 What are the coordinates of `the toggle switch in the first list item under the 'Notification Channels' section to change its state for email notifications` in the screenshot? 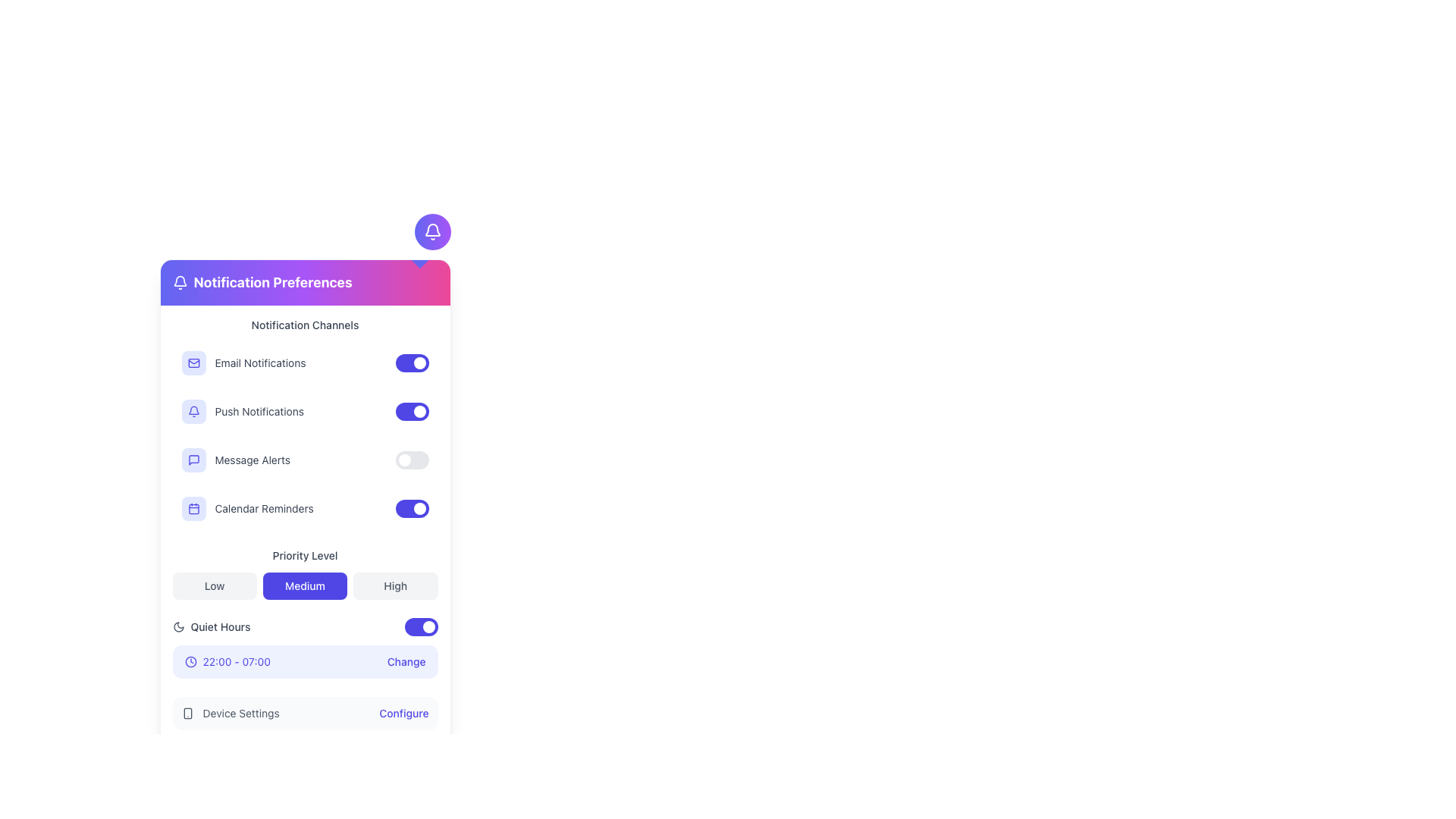 It's located at (304, 362).